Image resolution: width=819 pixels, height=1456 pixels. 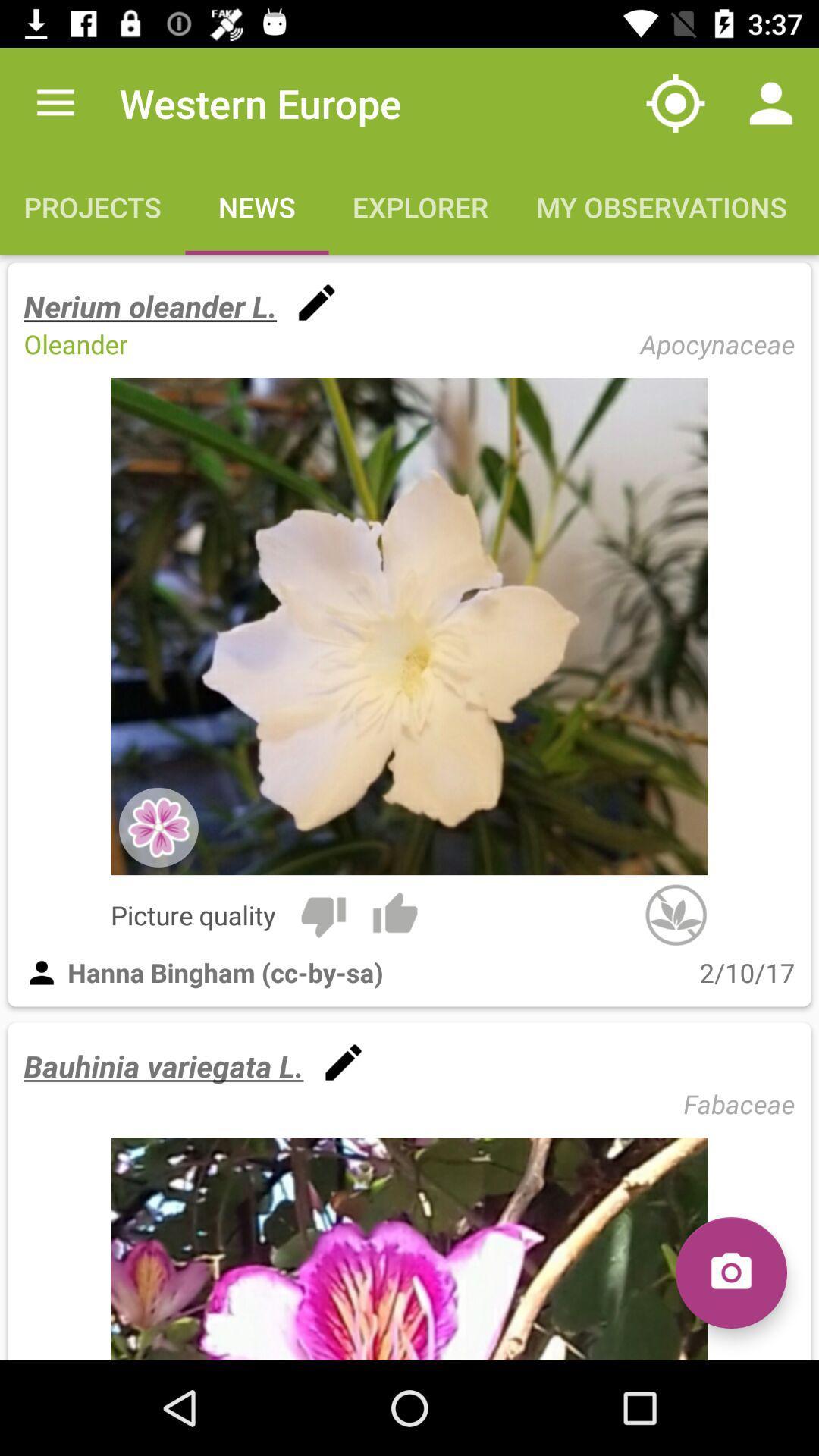 I want to click on the icon next to the picture quality item, so click(x=322, y=914).